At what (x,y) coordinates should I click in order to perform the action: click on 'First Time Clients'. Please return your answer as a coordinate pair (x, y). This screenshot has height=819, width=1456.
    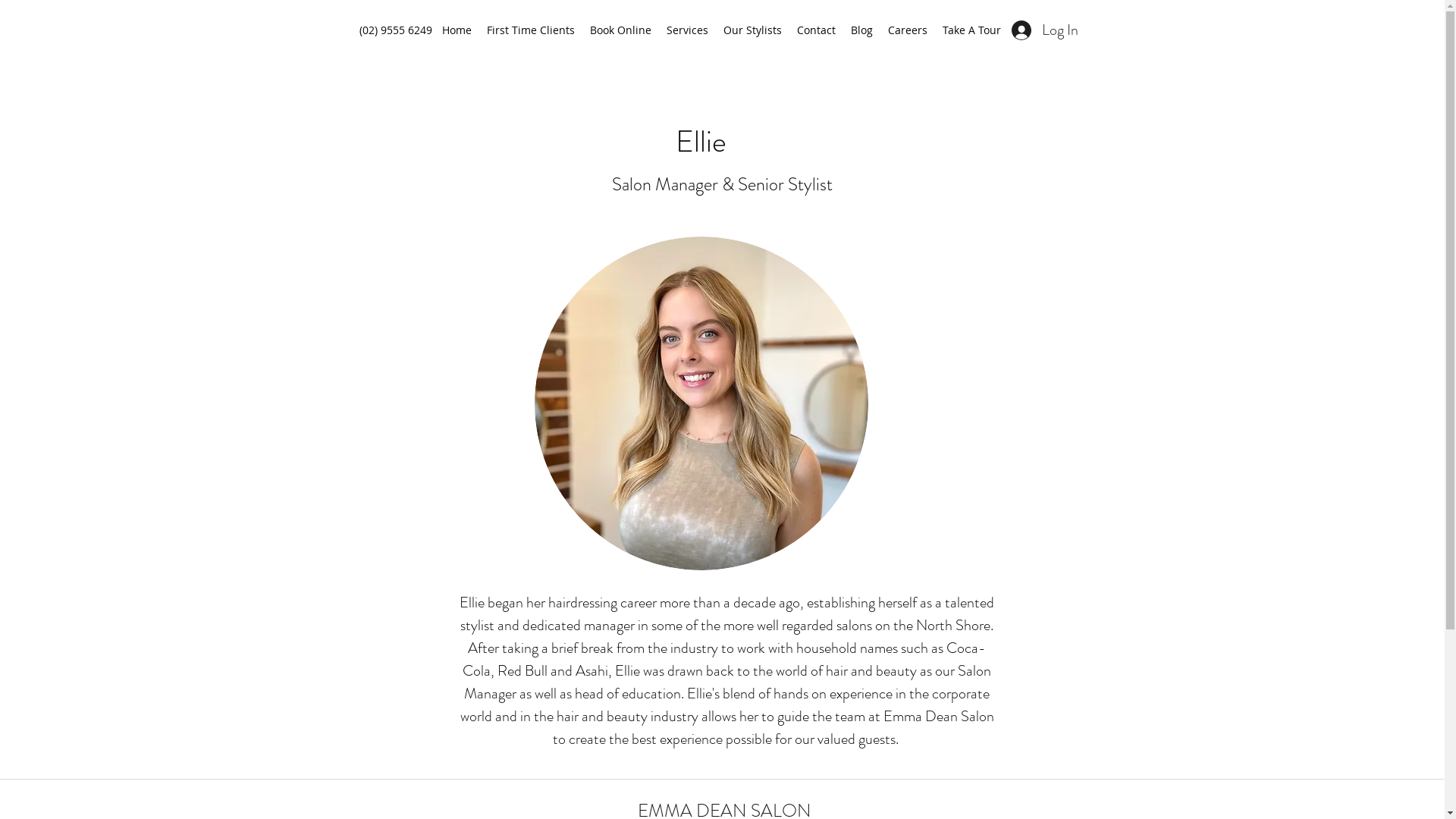
    Looking at the image, I should click on (531, 30).